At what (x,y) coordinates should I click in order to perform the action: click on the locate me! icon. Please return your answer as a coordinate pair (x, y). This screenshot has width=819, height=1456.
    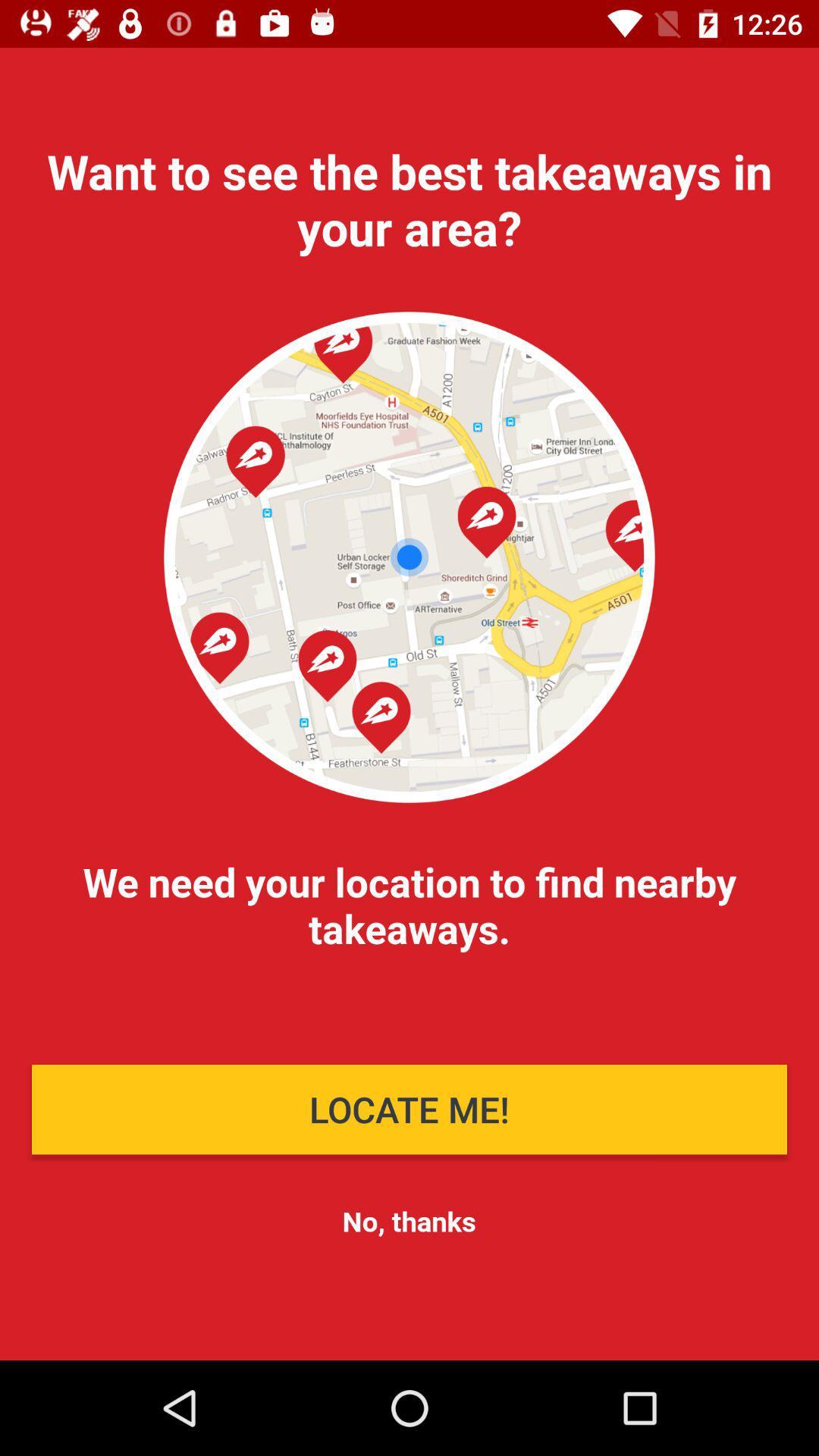
    Looking at the image, I should click on (409, 1109).